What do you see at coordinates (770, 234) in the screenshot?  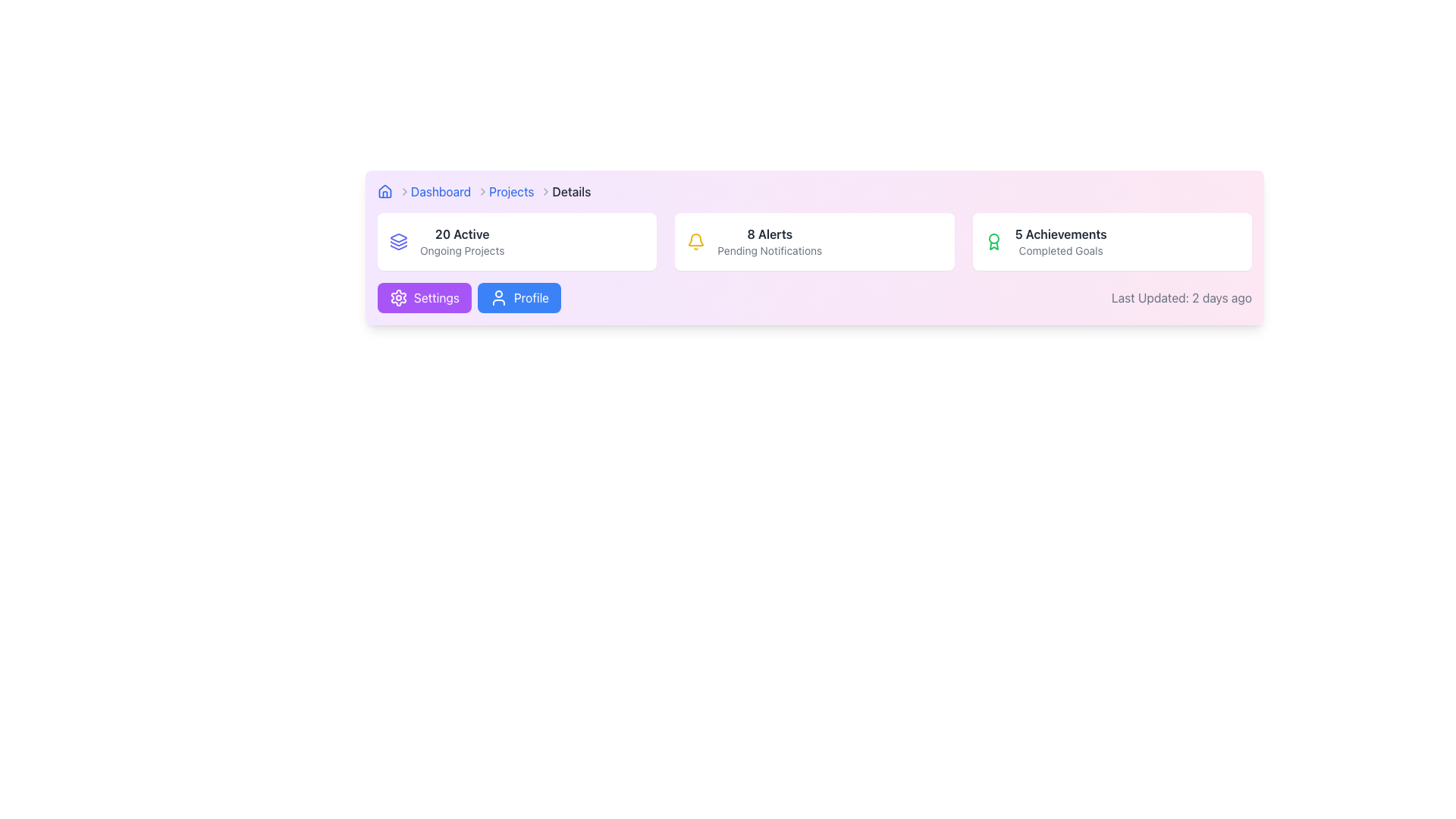 I see `the informational text label indicating the number of alerts, located in the middle-right section of the interface, above the 'Pending Notifications' text, and aligned near the bell icon` at bounding box center [770, 234].